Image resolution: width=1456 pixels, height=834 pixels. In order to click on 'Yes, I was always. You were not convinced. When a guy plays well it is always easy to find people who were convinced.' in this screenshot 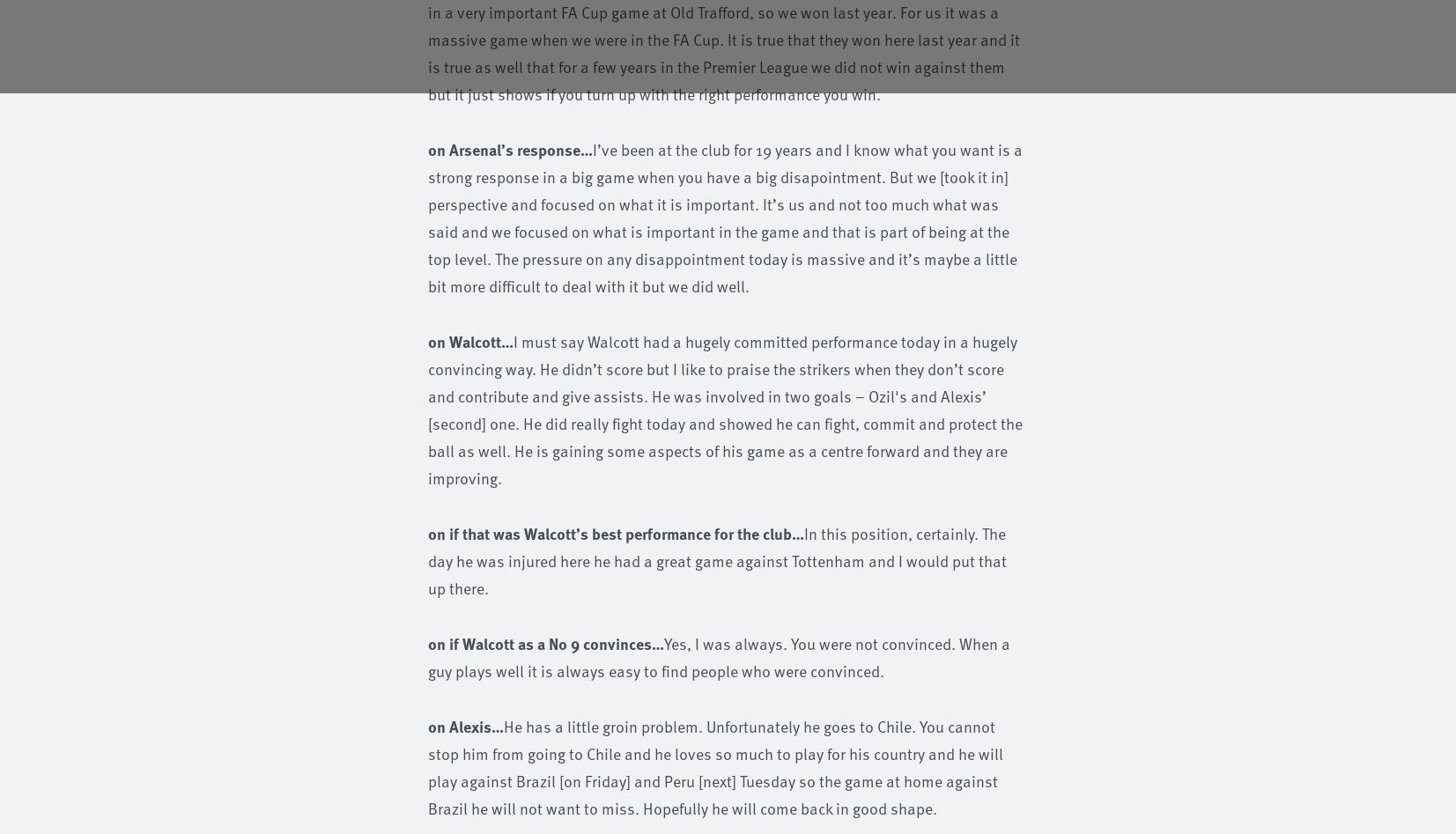, I will do `click(718, 655)`.